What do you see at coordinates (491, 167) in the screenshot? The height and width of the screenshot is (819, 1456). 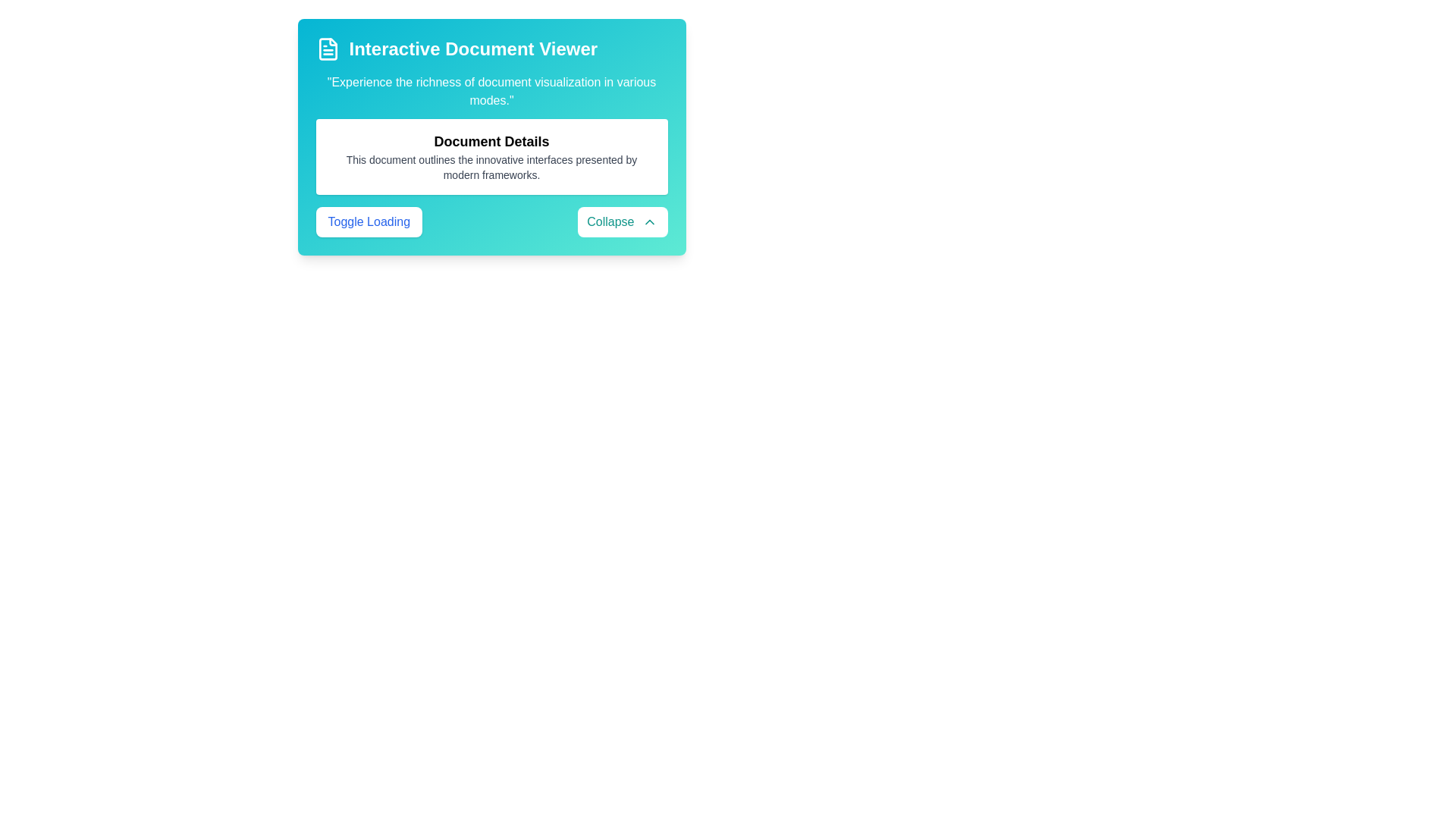 I see `the text display element containing the text 'This document outlines the innovative interfaces presented by modern frameworks.' located below the heading 'Document Details'` at bounding box center [491, 167].